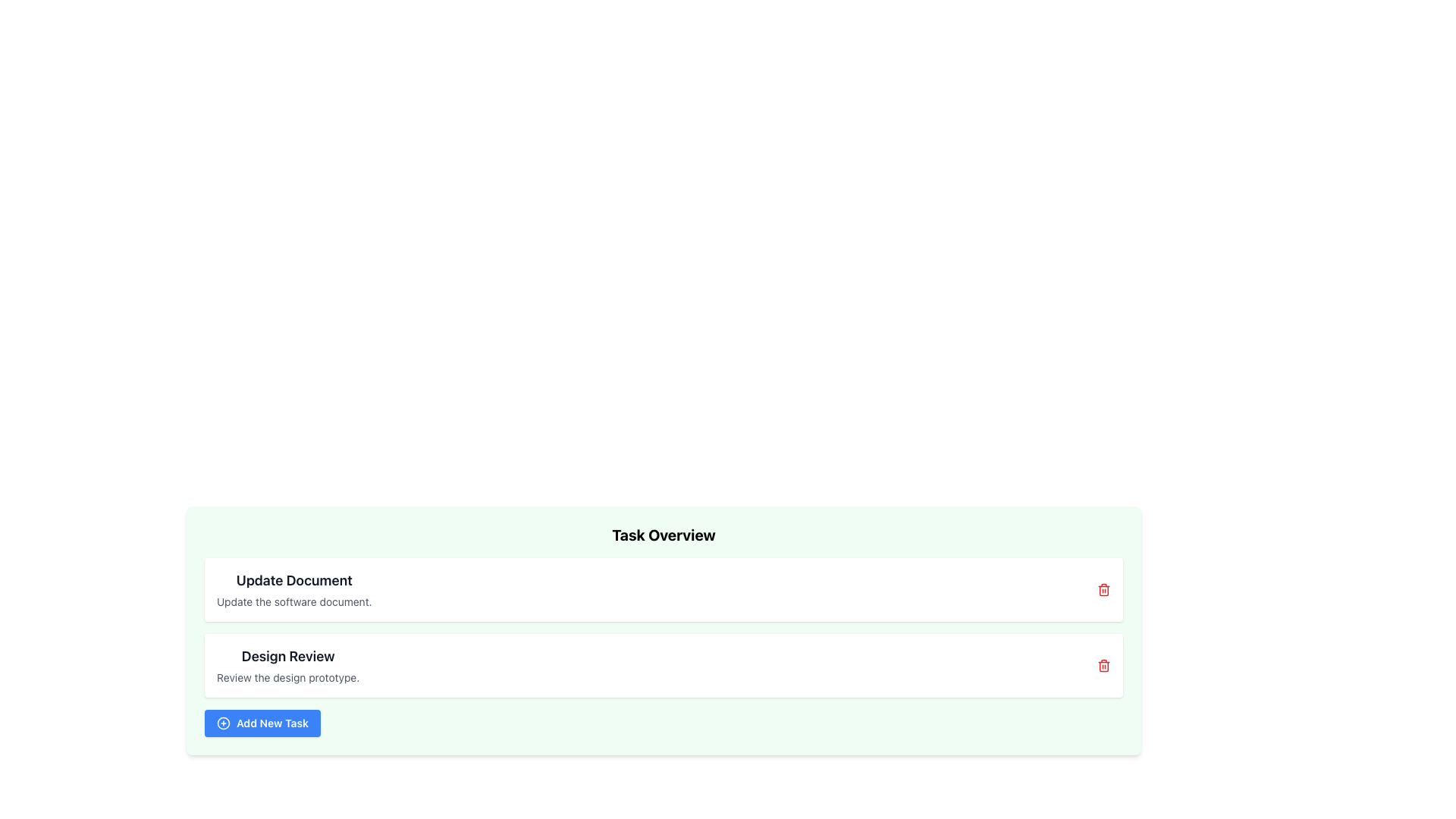 The width and height of the screenshot is (1456, 819). Describe the element at coordinates (1103, 665) in the screenshot. I see `the red trash bin icon button located at the top-right corner of the 'Design Review' card` at that location.